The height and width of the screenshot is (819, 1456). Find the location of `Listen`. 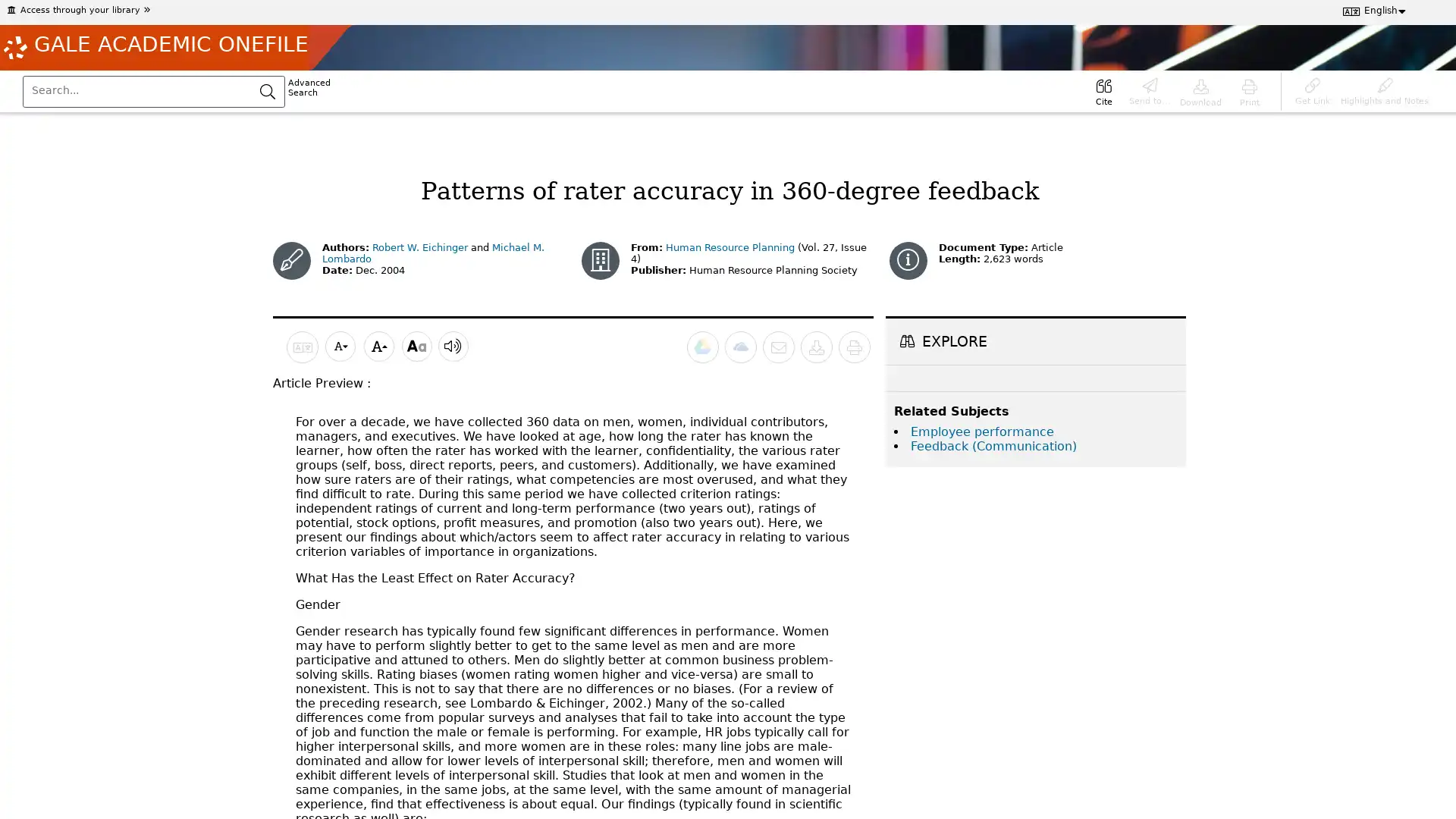

Listen is located at coordinates (451, 346).